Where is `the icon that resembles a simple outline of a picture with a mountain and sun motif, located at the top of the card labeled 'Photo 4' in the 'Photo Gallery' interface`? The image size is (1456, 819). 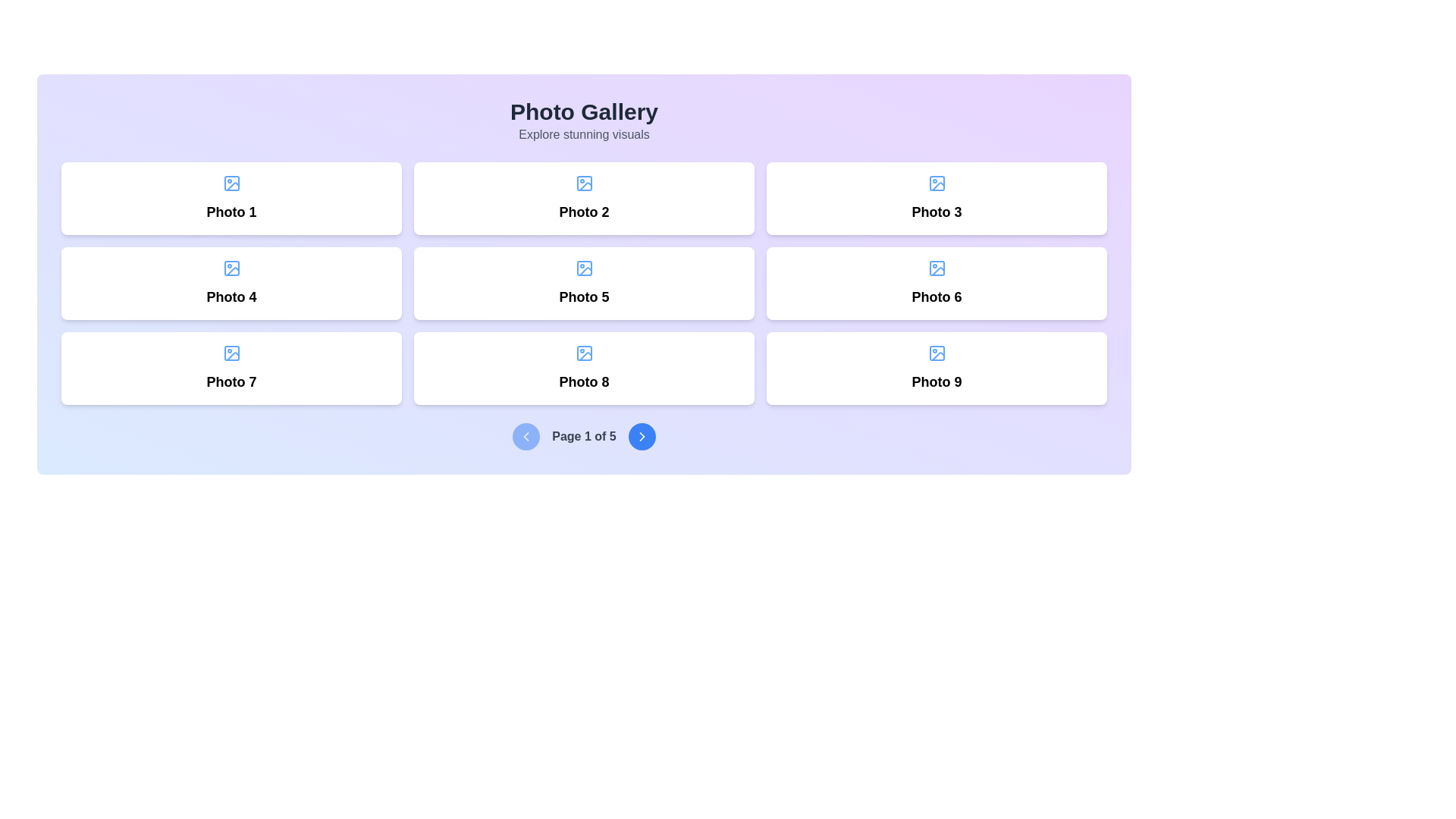 the icon that resembles a simple outline of a picture with a mountain and sun motif, located at the top of the card labeled 'Photo 4' in the 'Photo Gallery' interface is located at coordinates (231, 268).